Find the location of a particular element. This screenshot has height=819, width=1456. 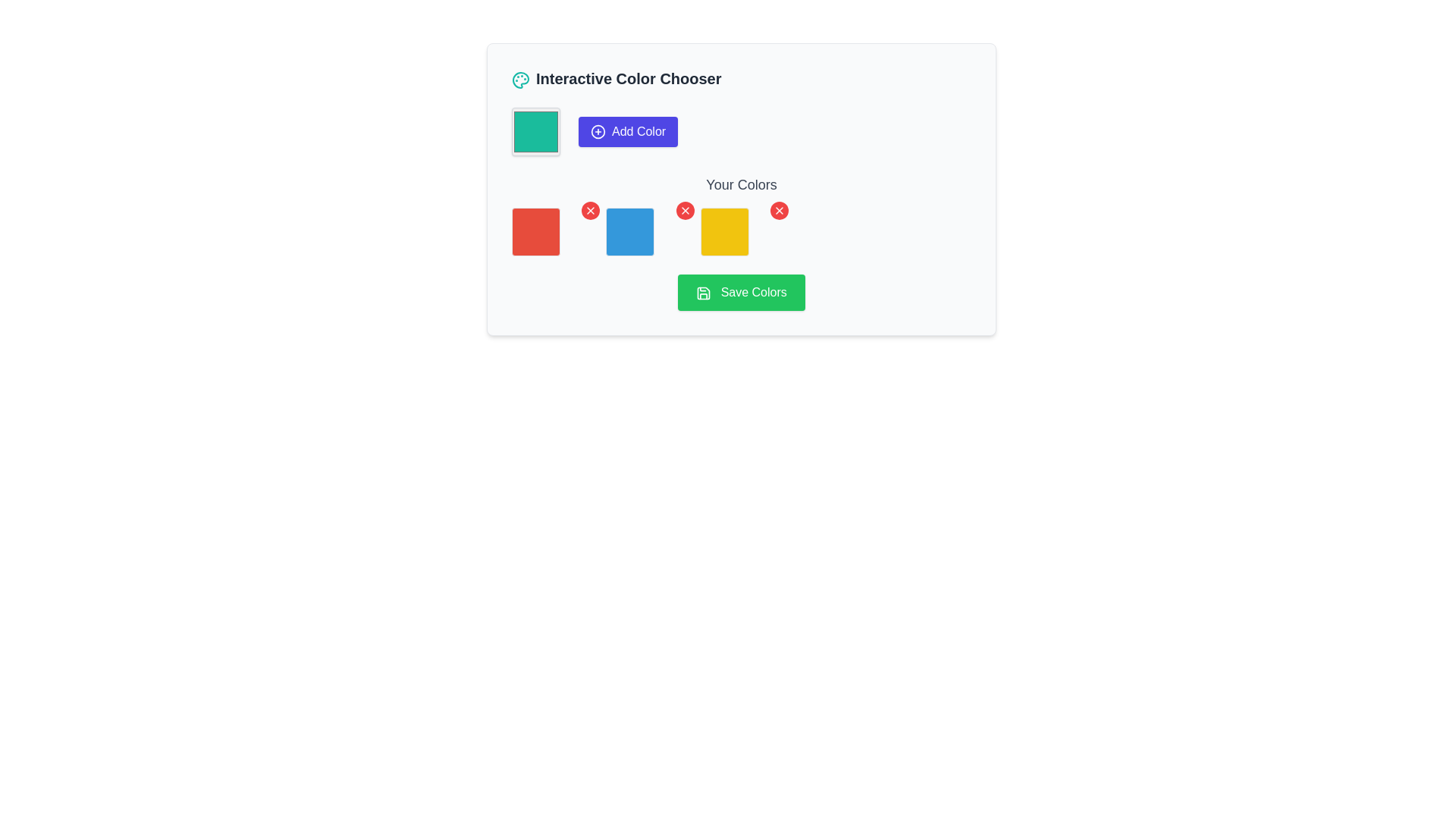

the circular red button with a white 'X' icon located at the top-right corner of the second blue square in the 'Your Colors' section is located at coordinates (684, 210).